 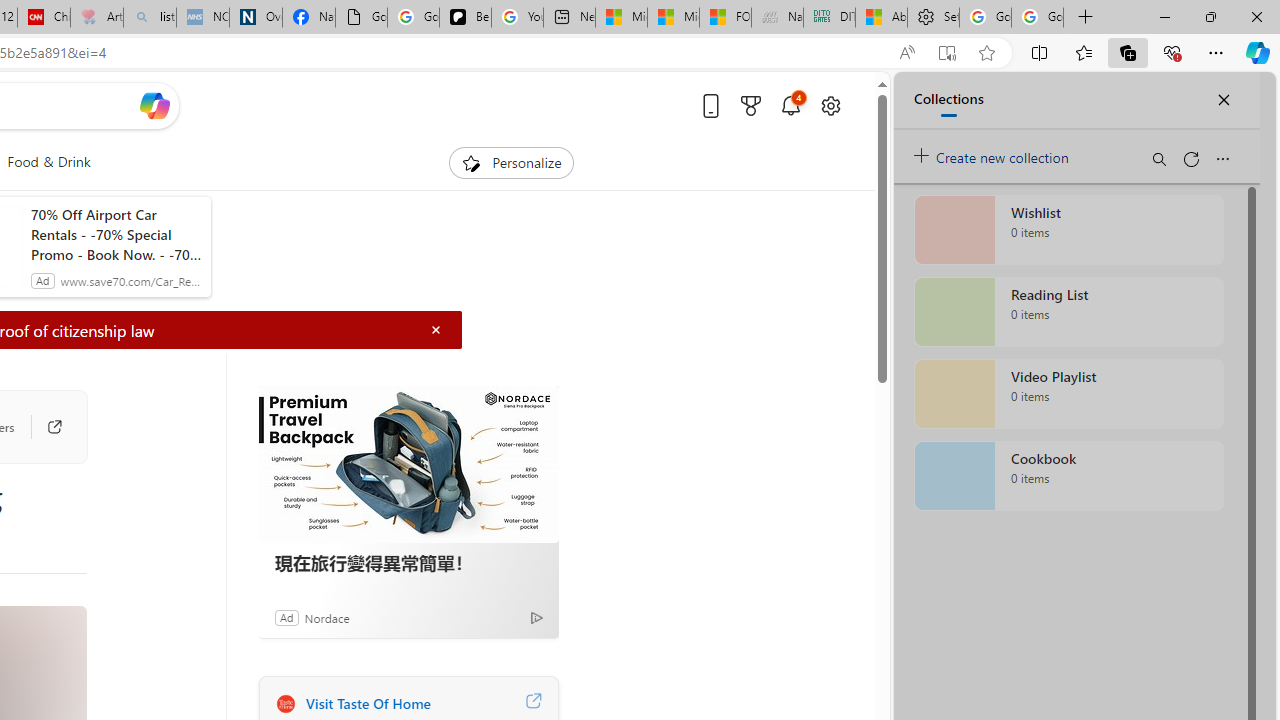 What do you see at coordinates (829, 17) in the screenshot?
I see `'DITOGAMES AG Imprint'` at bounding box center [829, 17].